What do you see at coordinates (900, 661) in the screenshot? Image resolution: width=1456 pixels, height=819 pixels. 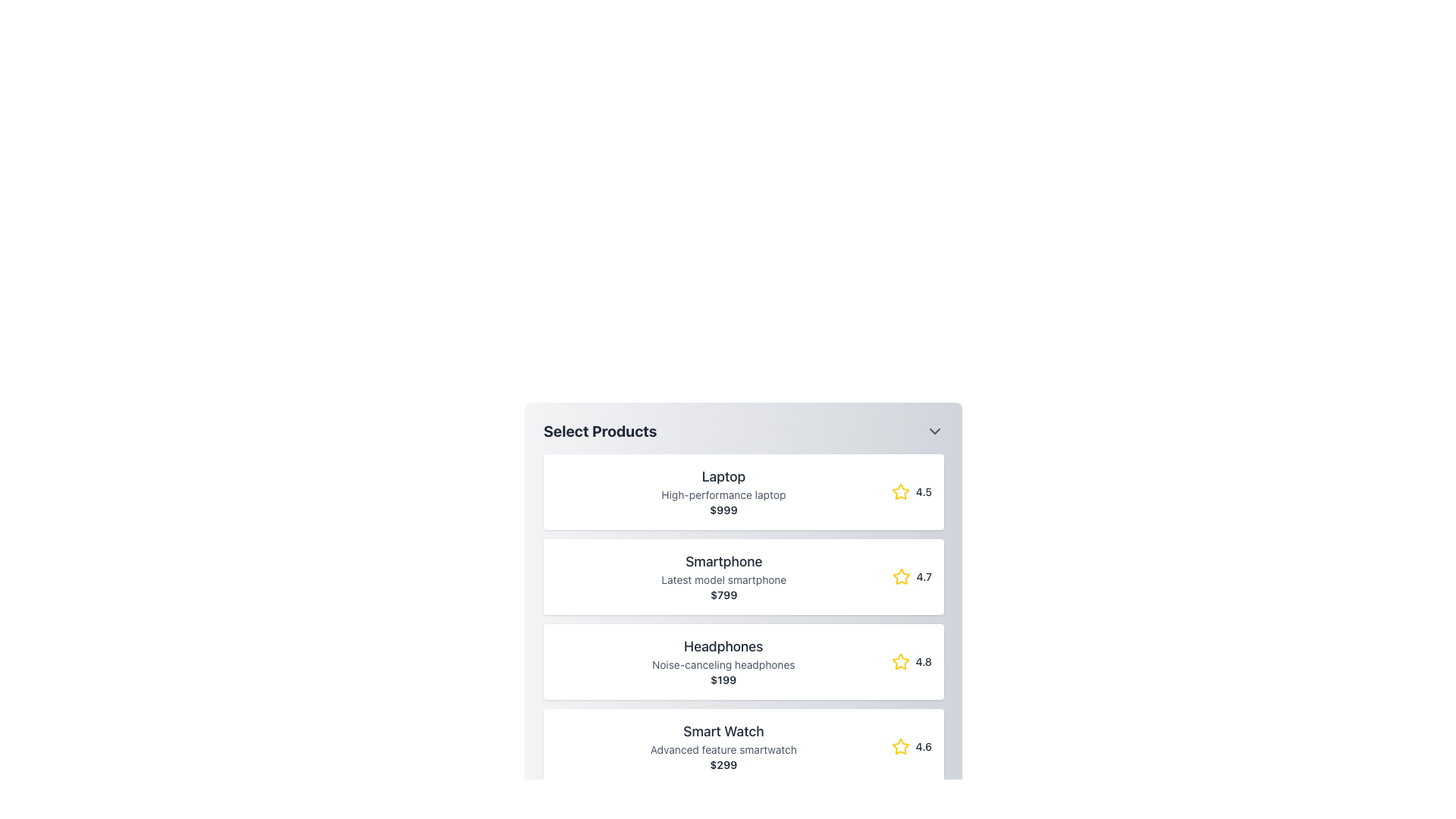 I see `the star-shaped icon used for rating the 'Headphones' product, located on the rightmost part of its respective row` at bounding box center [900, 661].